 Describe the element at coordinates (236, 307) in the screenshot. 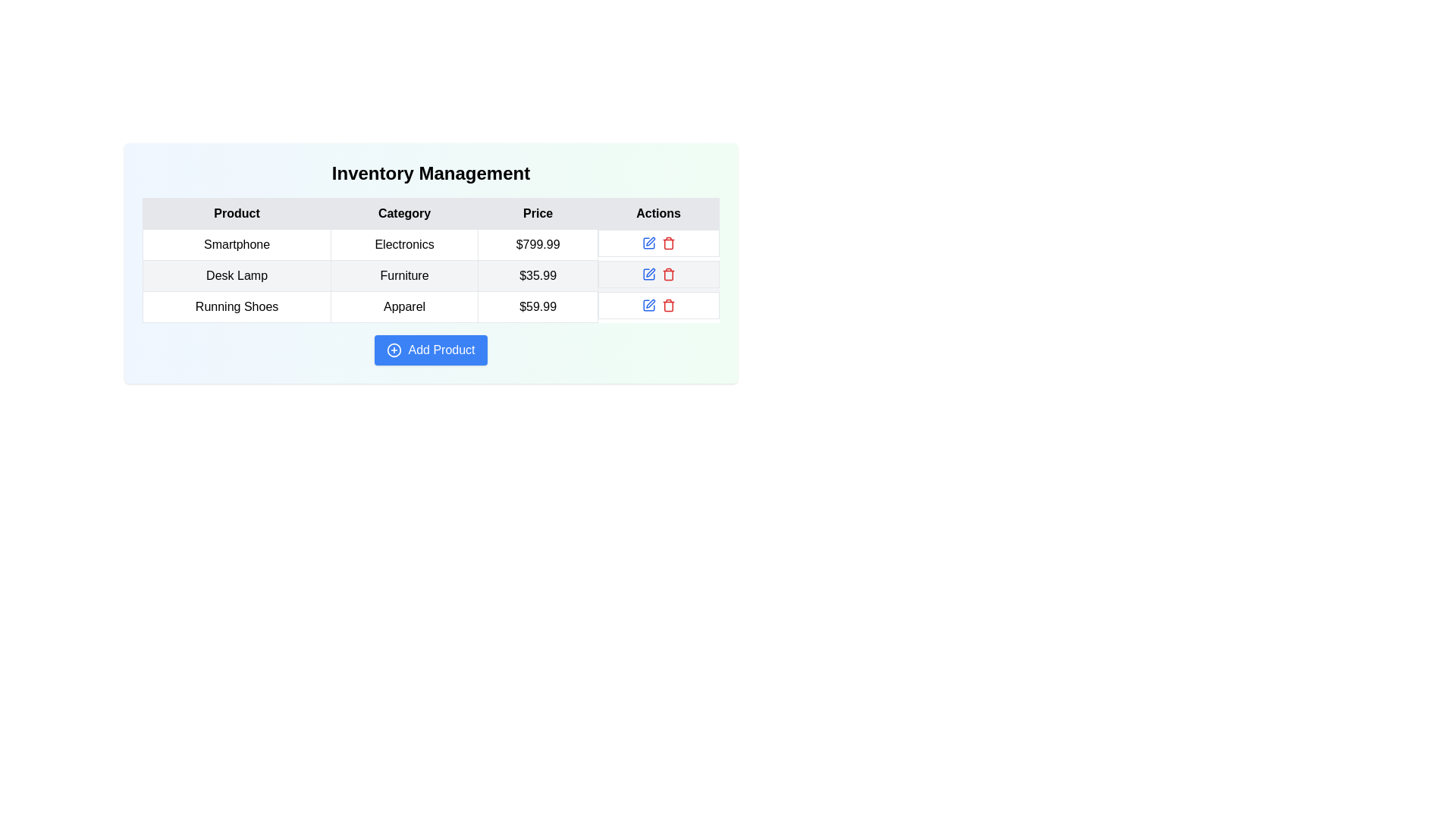

I see `text displayed in the product name cell for 'Running Shoes', which is the first cell under the 'Product' column in the inventory management table` at that location.